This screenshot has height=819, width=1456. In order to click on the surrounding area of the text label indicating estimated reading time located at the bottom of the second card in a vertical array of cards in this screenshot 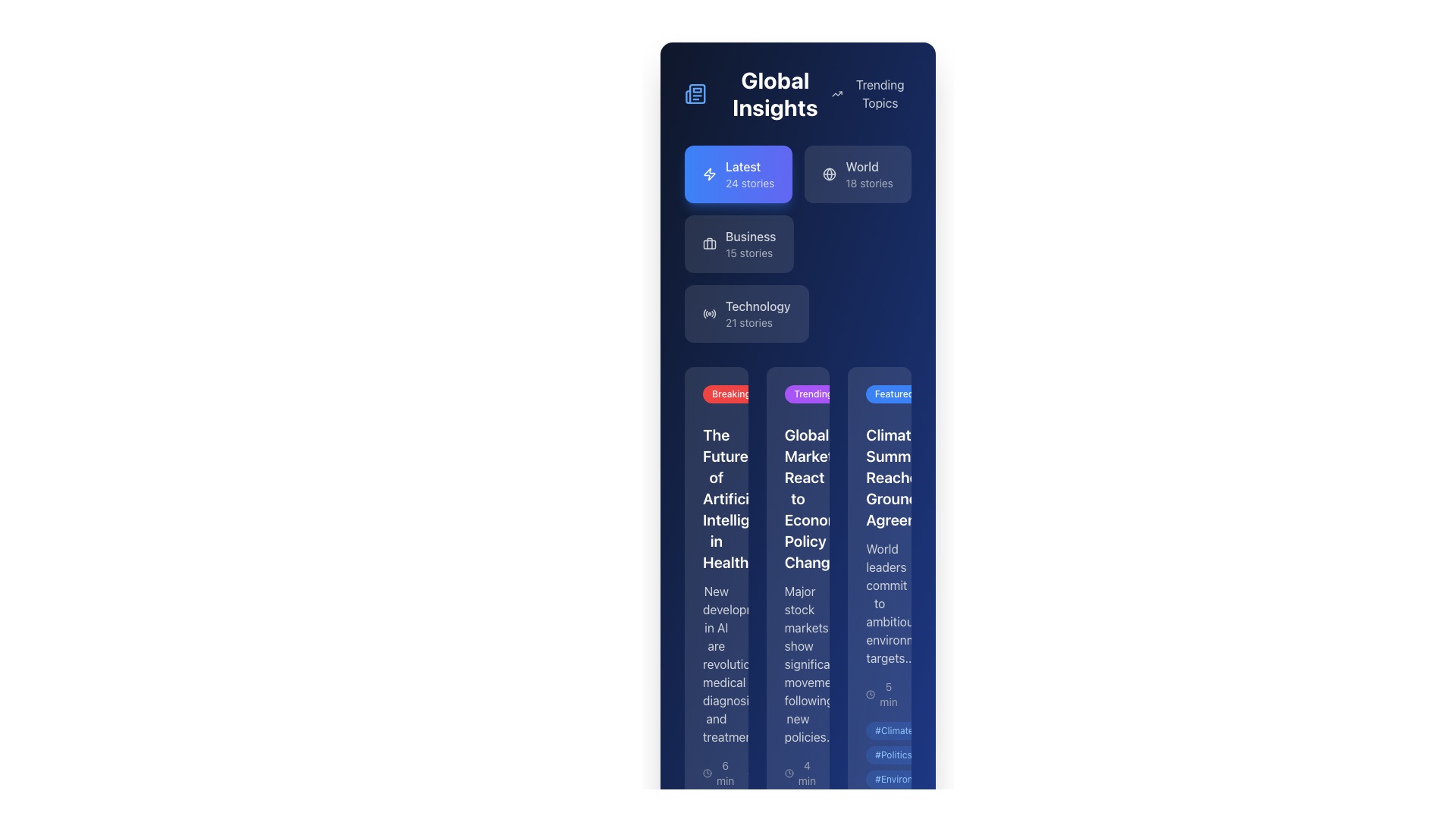, I will do `click(800, 773)`.